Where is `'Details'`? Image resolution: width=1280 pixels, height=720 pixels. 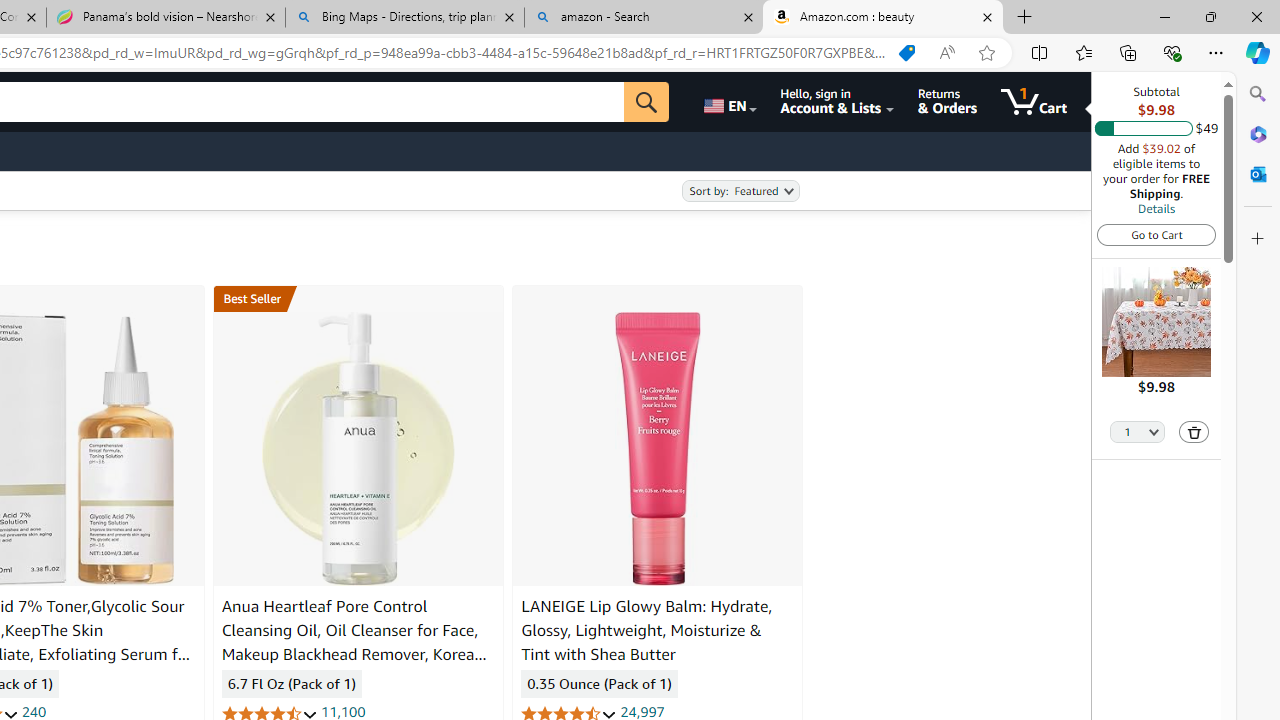
'Details' is located at coordinates (1156, 208).